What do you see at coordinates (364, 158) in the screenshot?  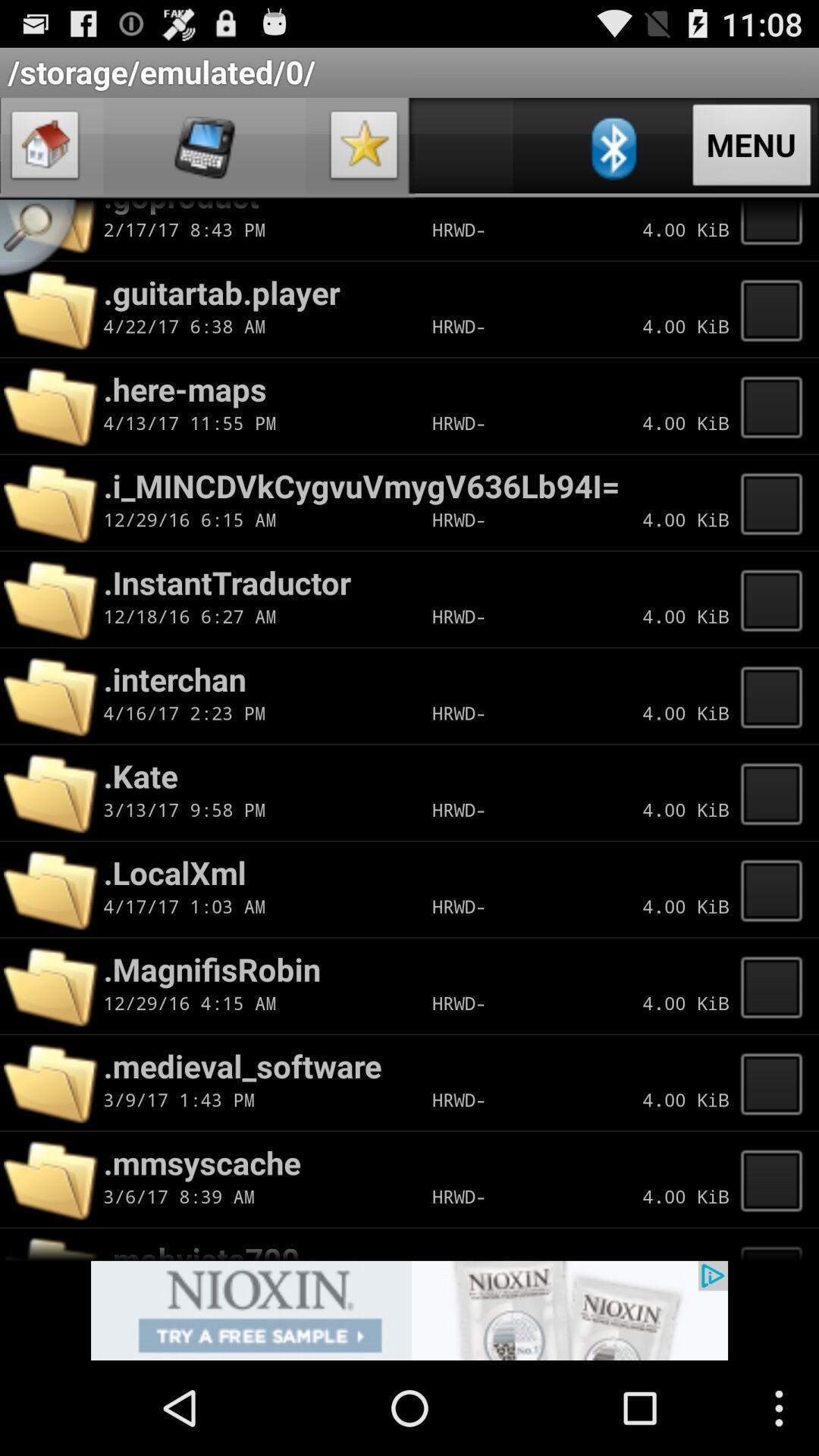 I see `the star icon` at bounding box center [364, 158].